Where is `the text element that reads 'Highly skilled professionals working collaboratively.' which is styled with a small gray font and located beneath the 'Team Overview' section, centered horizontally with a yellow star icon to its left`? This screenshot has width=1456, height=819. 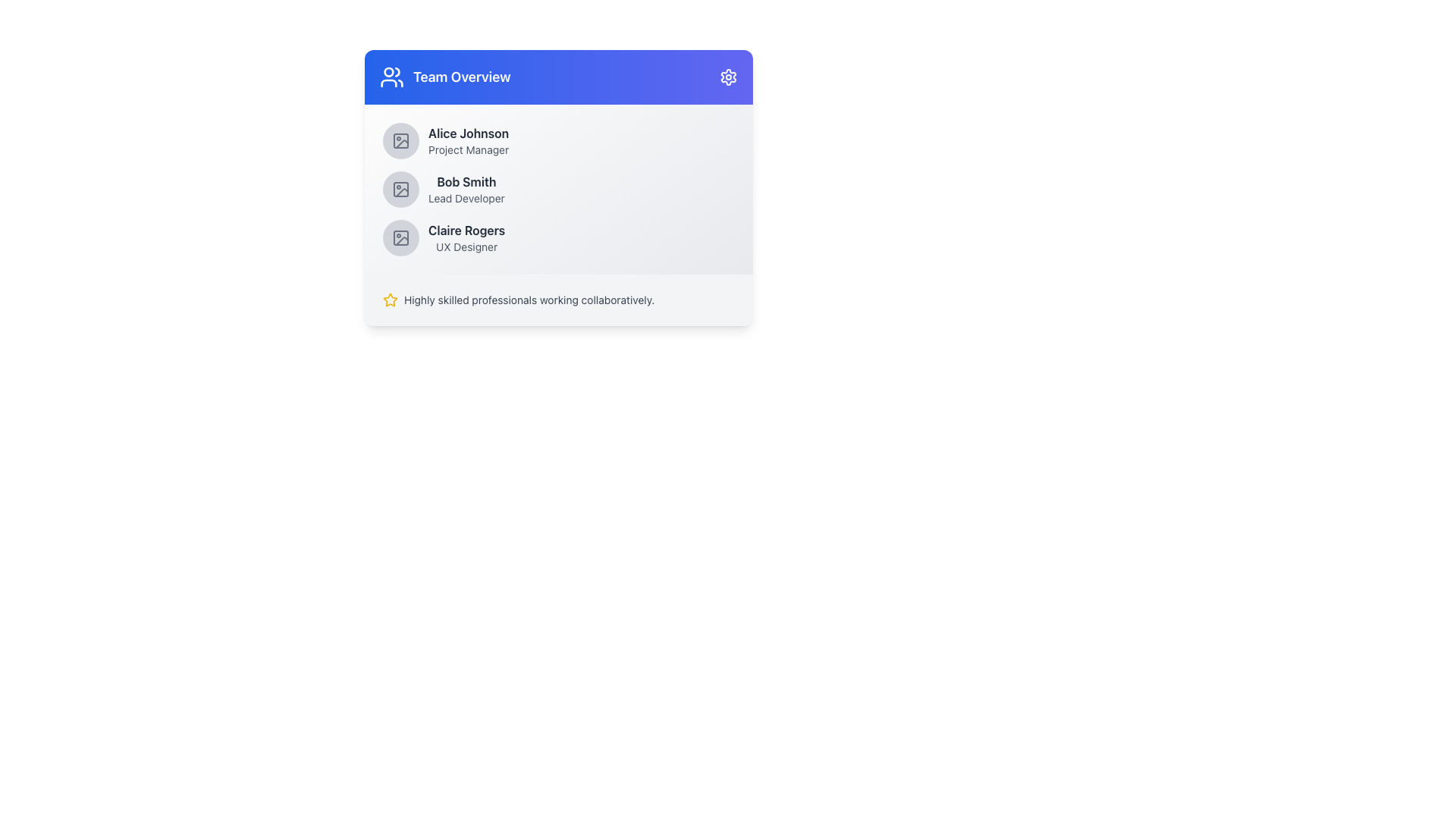 the text element that reads 'Highly skilled professionals working collaboratively.' which is styled with a small gray font and located beneath the 'Team Overview' section, centered horizontally with a yellow star icon to its left is located at coordinates (529, 300).